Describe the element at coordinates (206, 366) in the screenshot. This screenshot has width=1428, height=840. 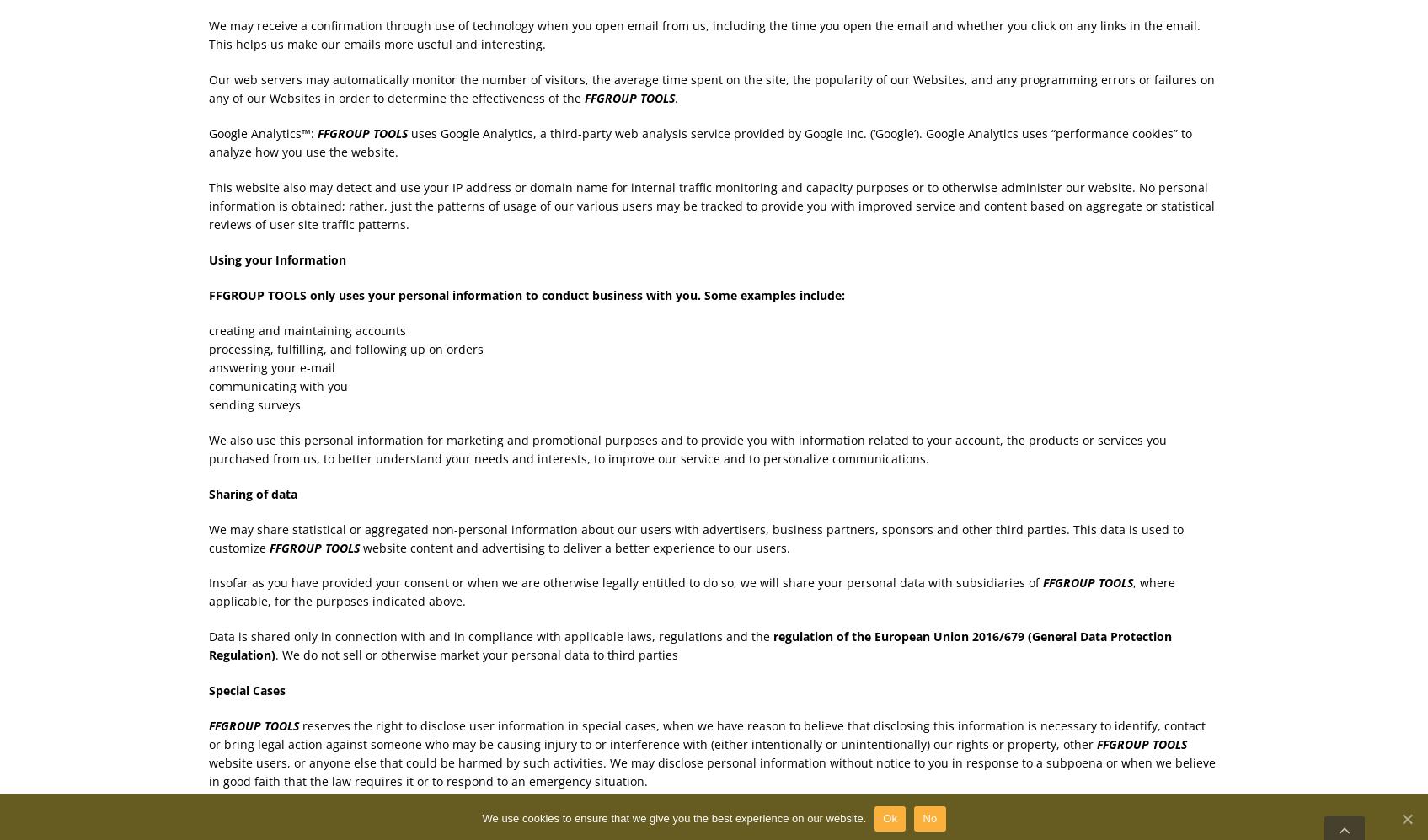
I see `'answering your e-mail'` at that location.